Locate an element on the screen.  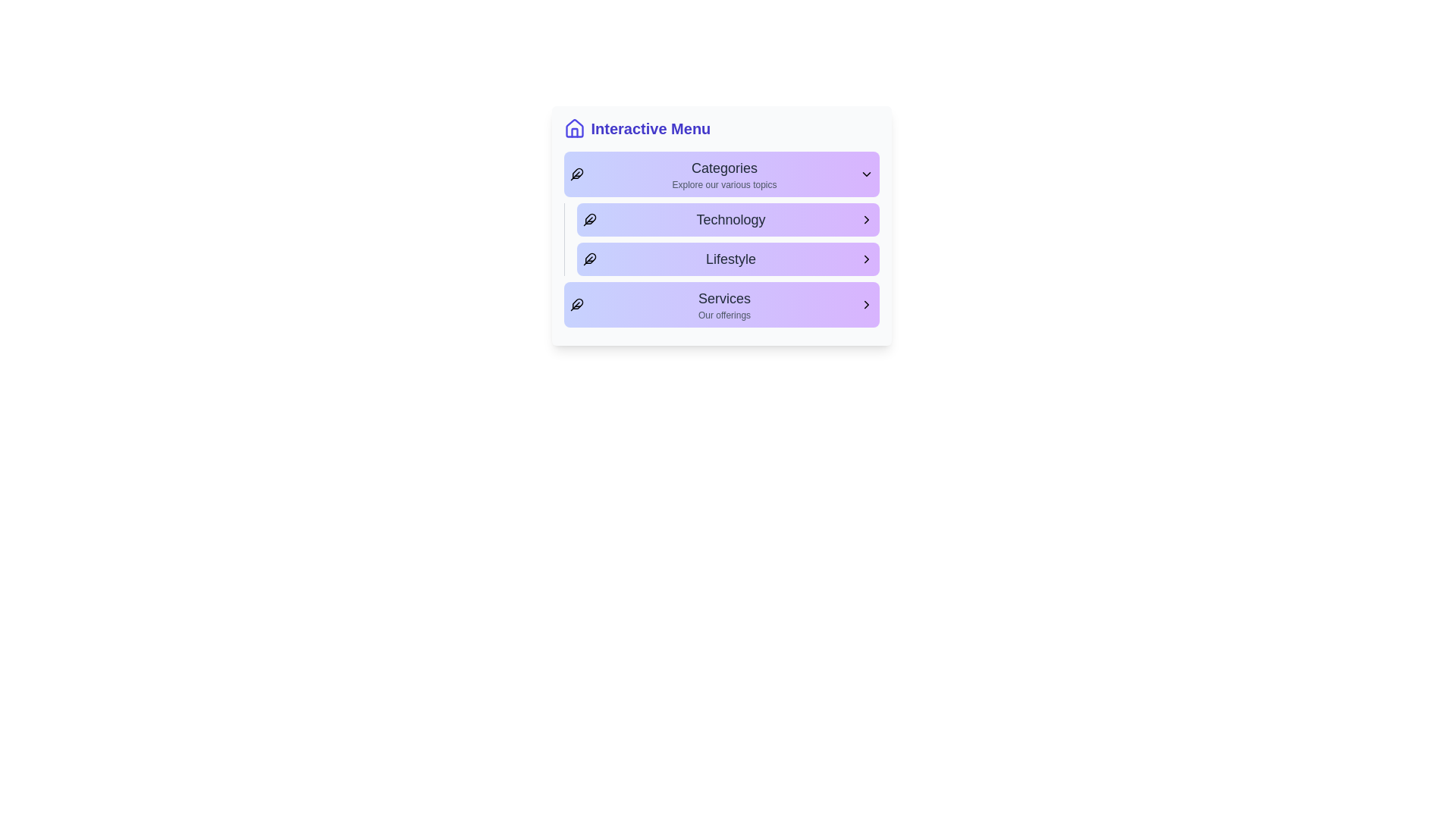
the 'Technology' button in the menu, which has a purple gradient background and features a feather icon on the left and a right-pointing arrow on the right is located at coordinates (720, 213).